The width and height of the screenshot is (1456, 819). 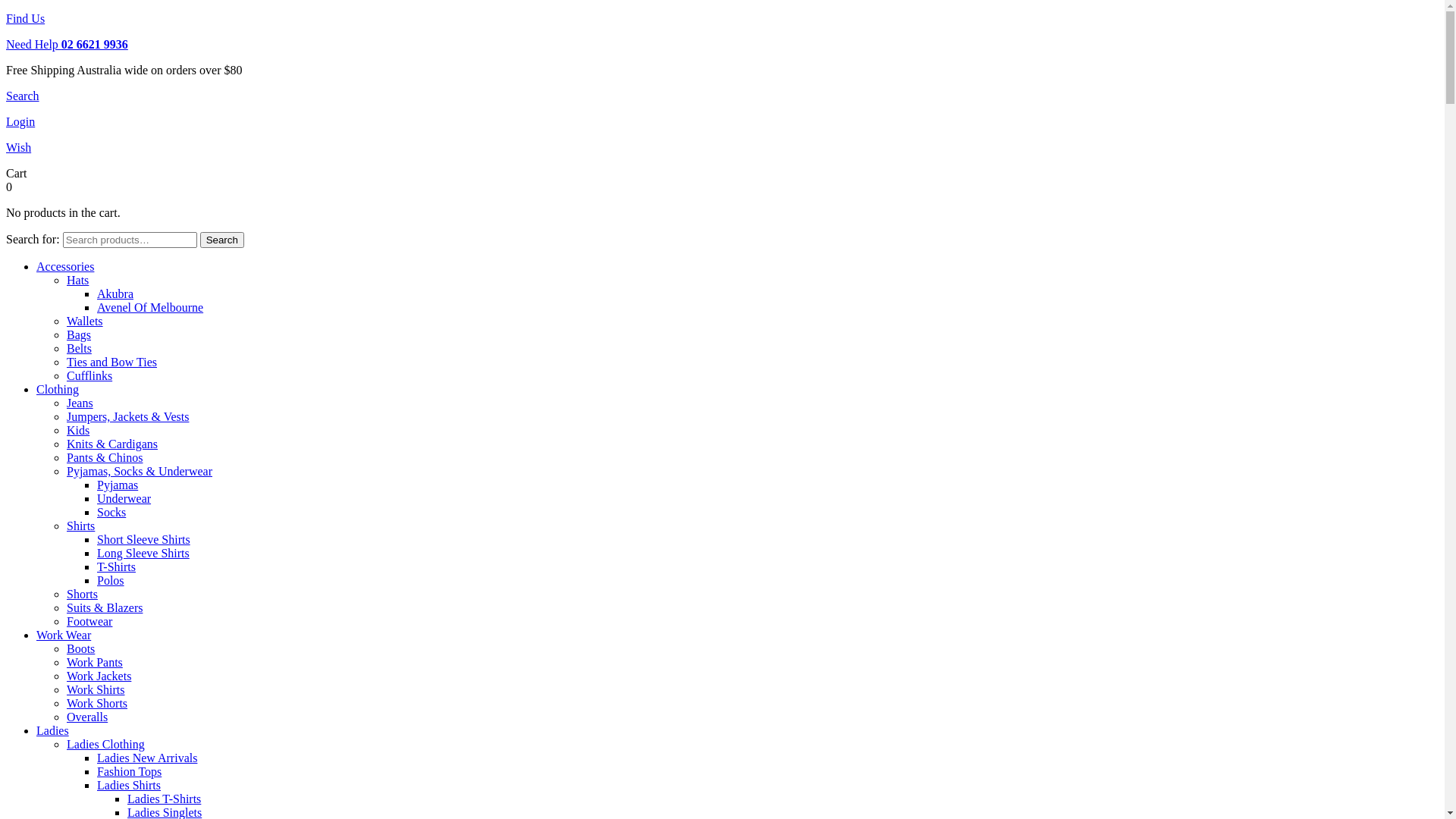 What do you see at coordinates (146, 758) in the screenshot?
I see `'Ladies New Arrivals'` at bounding box center [146, 758].